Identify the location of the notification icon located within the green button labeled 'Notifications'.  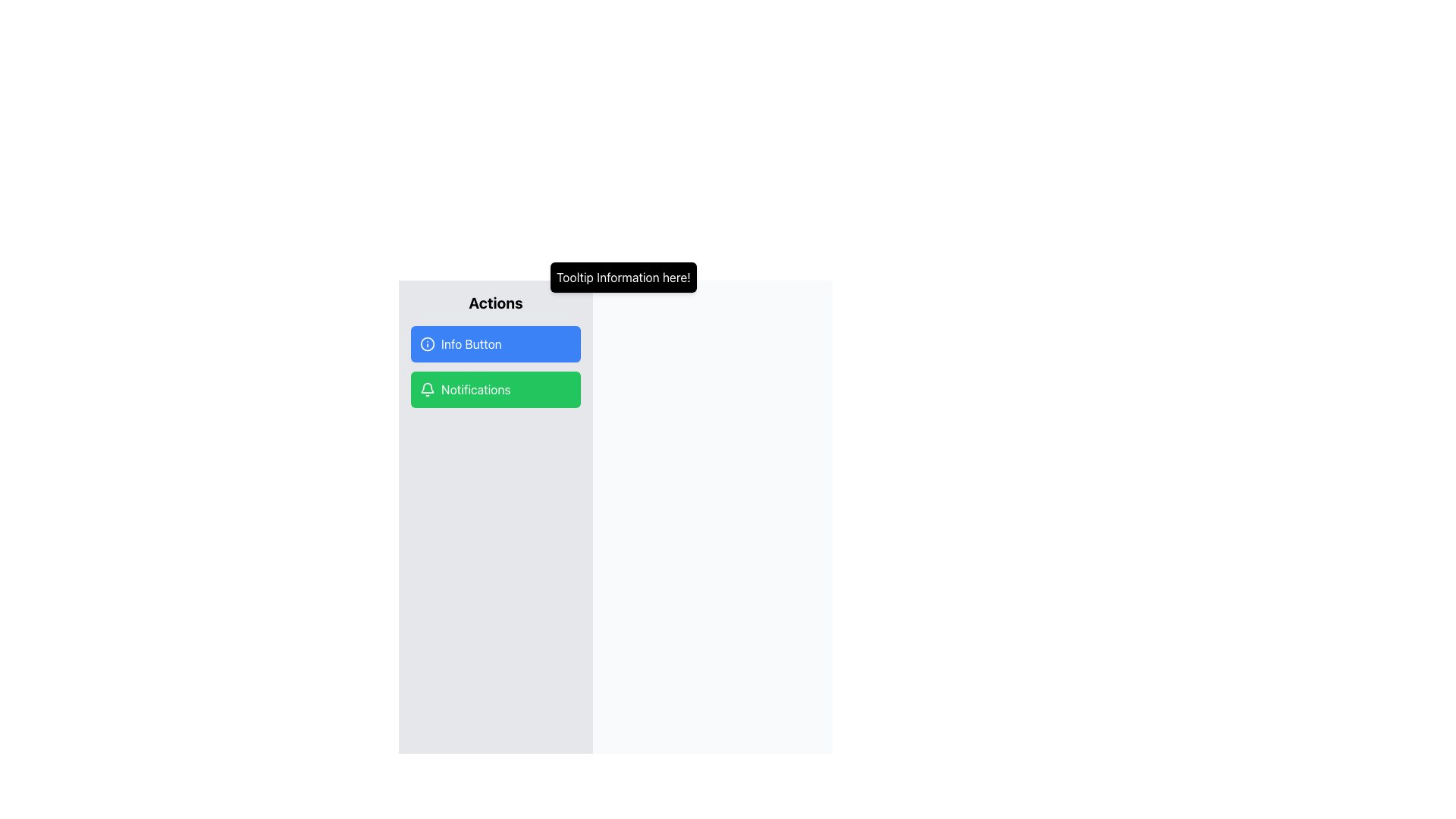
(427, 387).